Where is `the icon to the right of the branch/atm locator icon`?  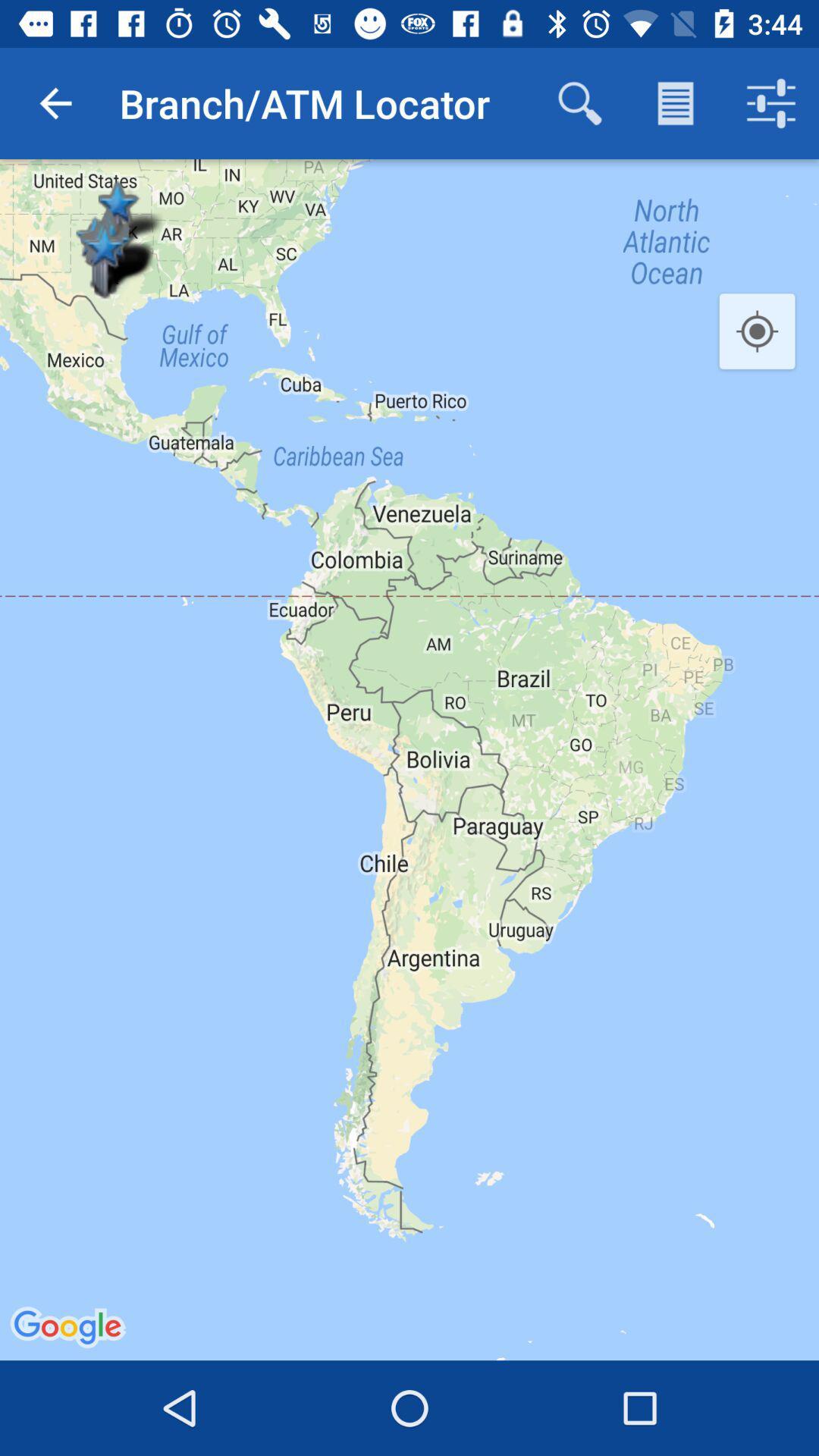
the icon to the right of the branch/atm locator icon is located at coordinates (579, 102).